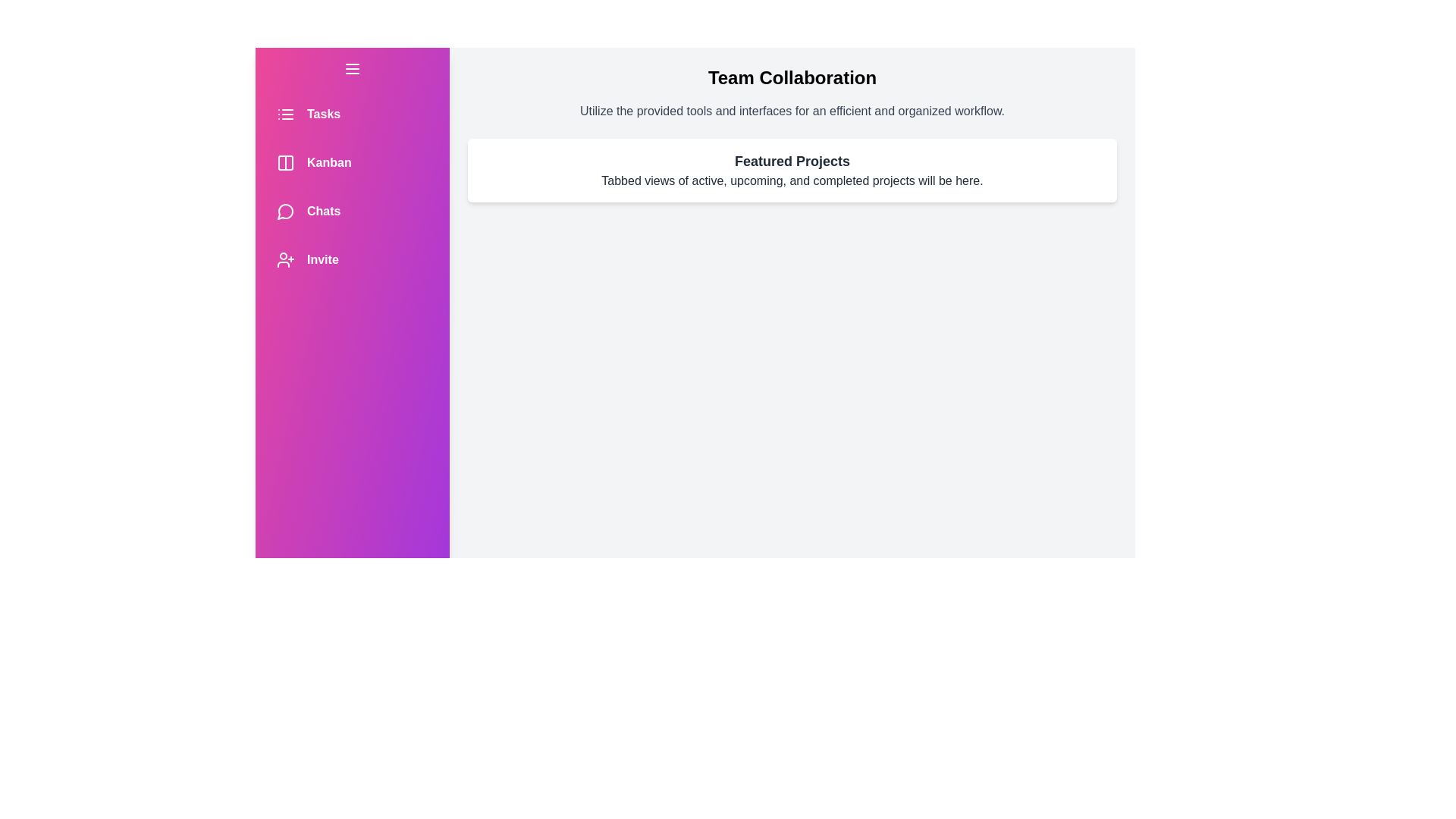  Describe the element at coordinates (352, 163) in the screenshot. I see `the navigation item Kanban to trigger its hover effect` at that location.